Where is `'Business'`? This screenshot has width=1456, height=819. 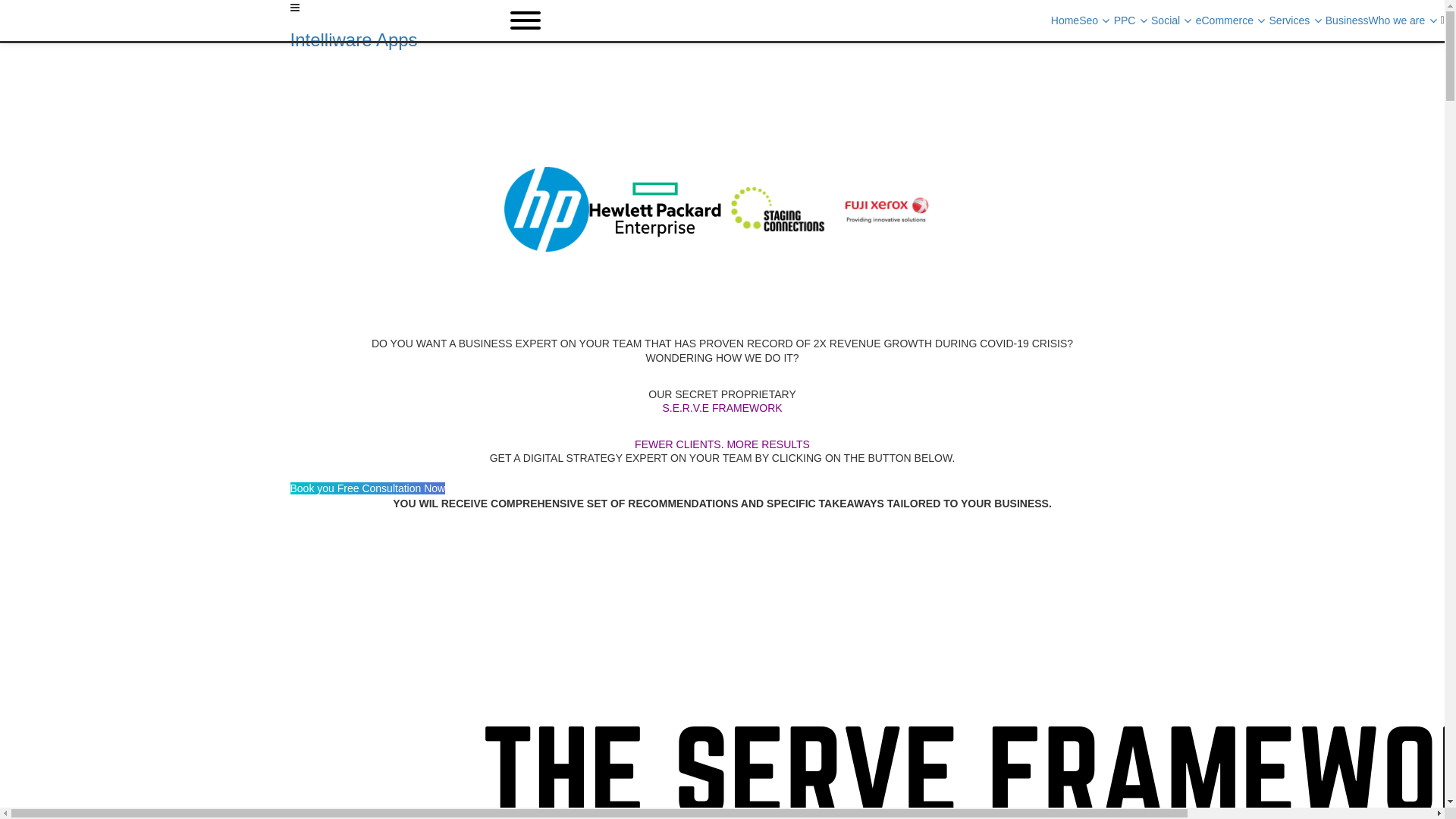 'Business' is located at coordinates (1347, 20).